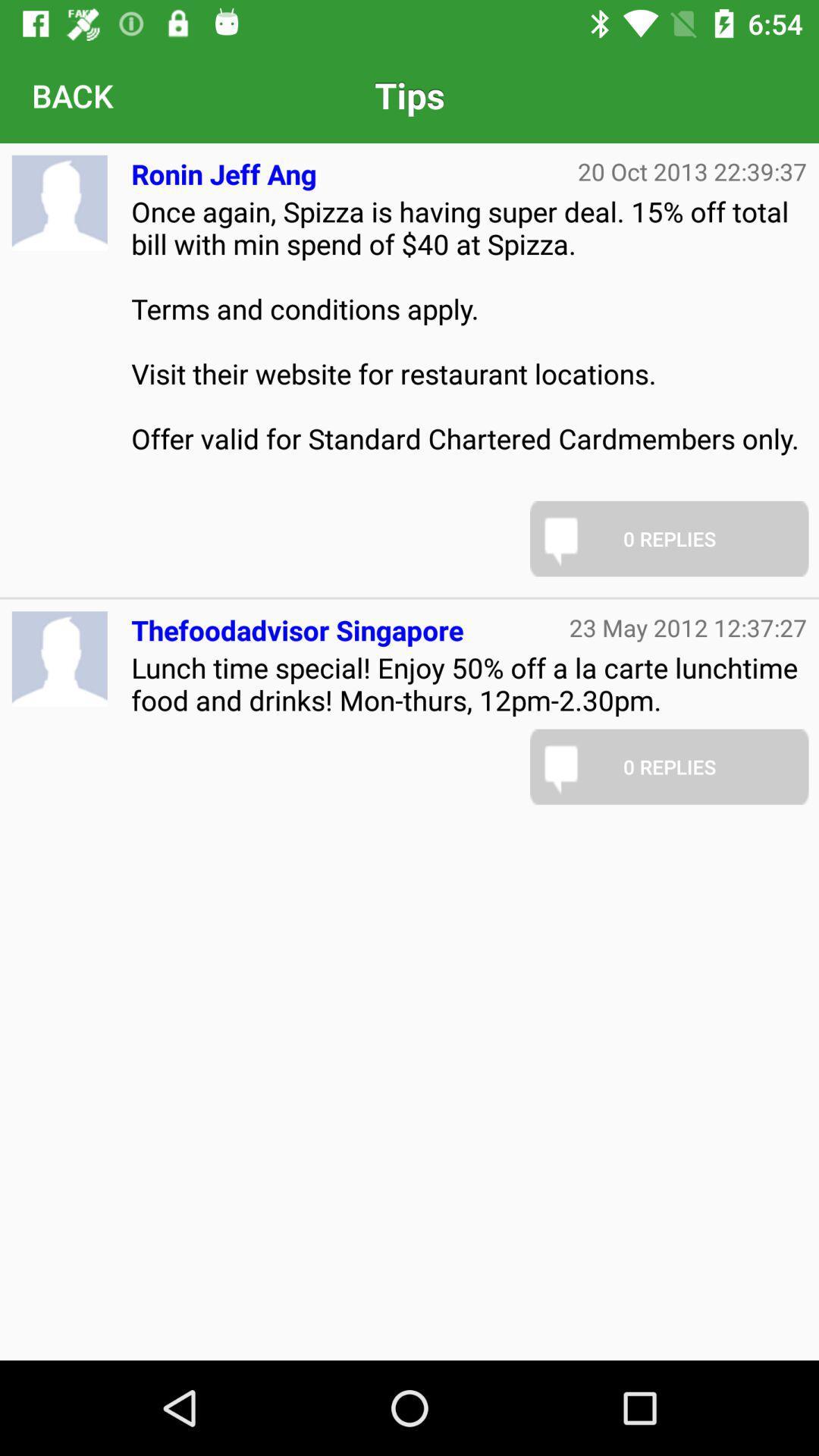 Image resolution: width=819 pixels, height=1456 pixels. Describe the element at coordinates (224, 168) in the screenshot. I see `the icon next to the 20 oct 2013` at that location.